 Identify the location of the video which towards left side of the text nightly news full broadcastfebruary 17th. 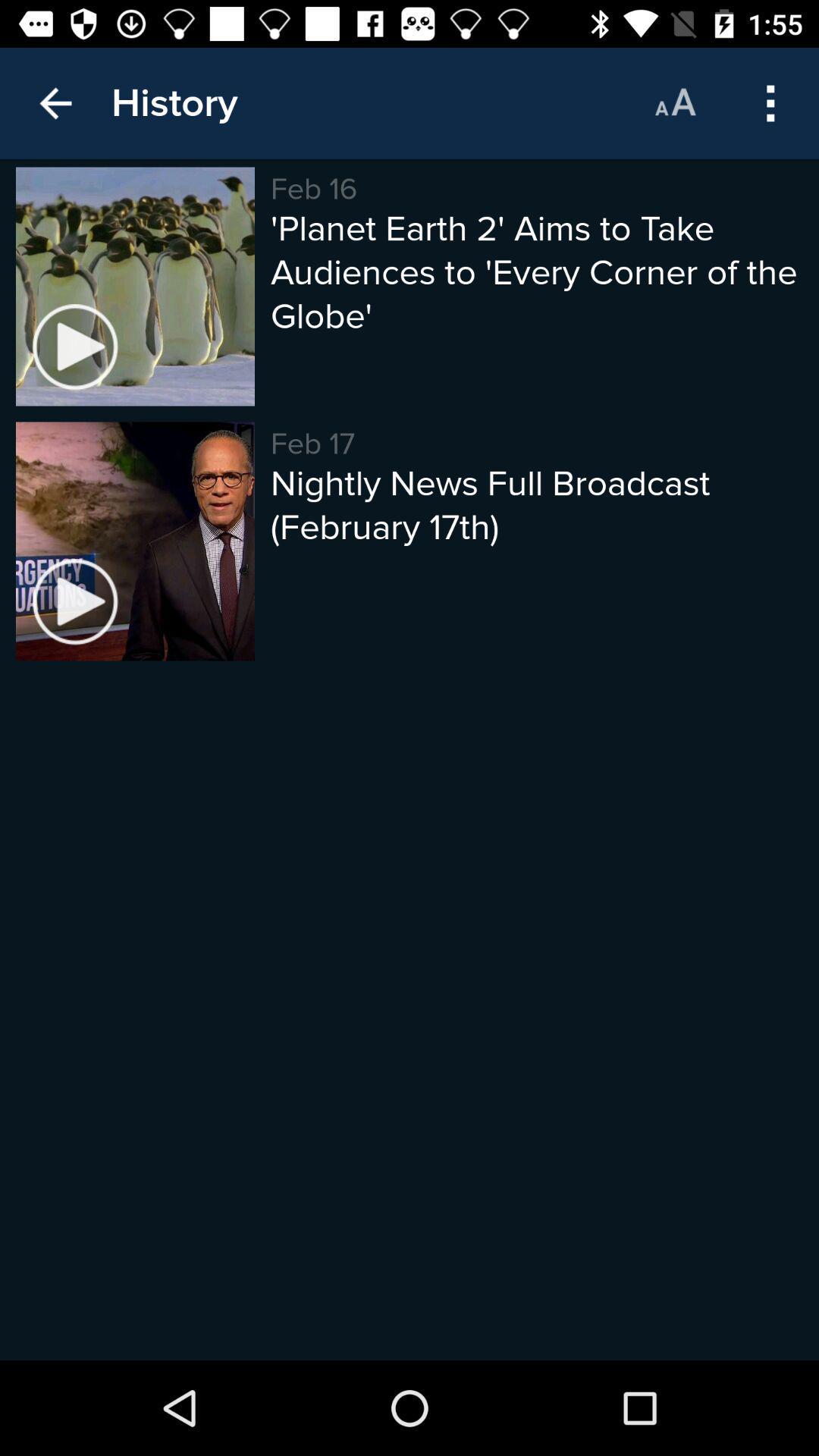
(134, 541).